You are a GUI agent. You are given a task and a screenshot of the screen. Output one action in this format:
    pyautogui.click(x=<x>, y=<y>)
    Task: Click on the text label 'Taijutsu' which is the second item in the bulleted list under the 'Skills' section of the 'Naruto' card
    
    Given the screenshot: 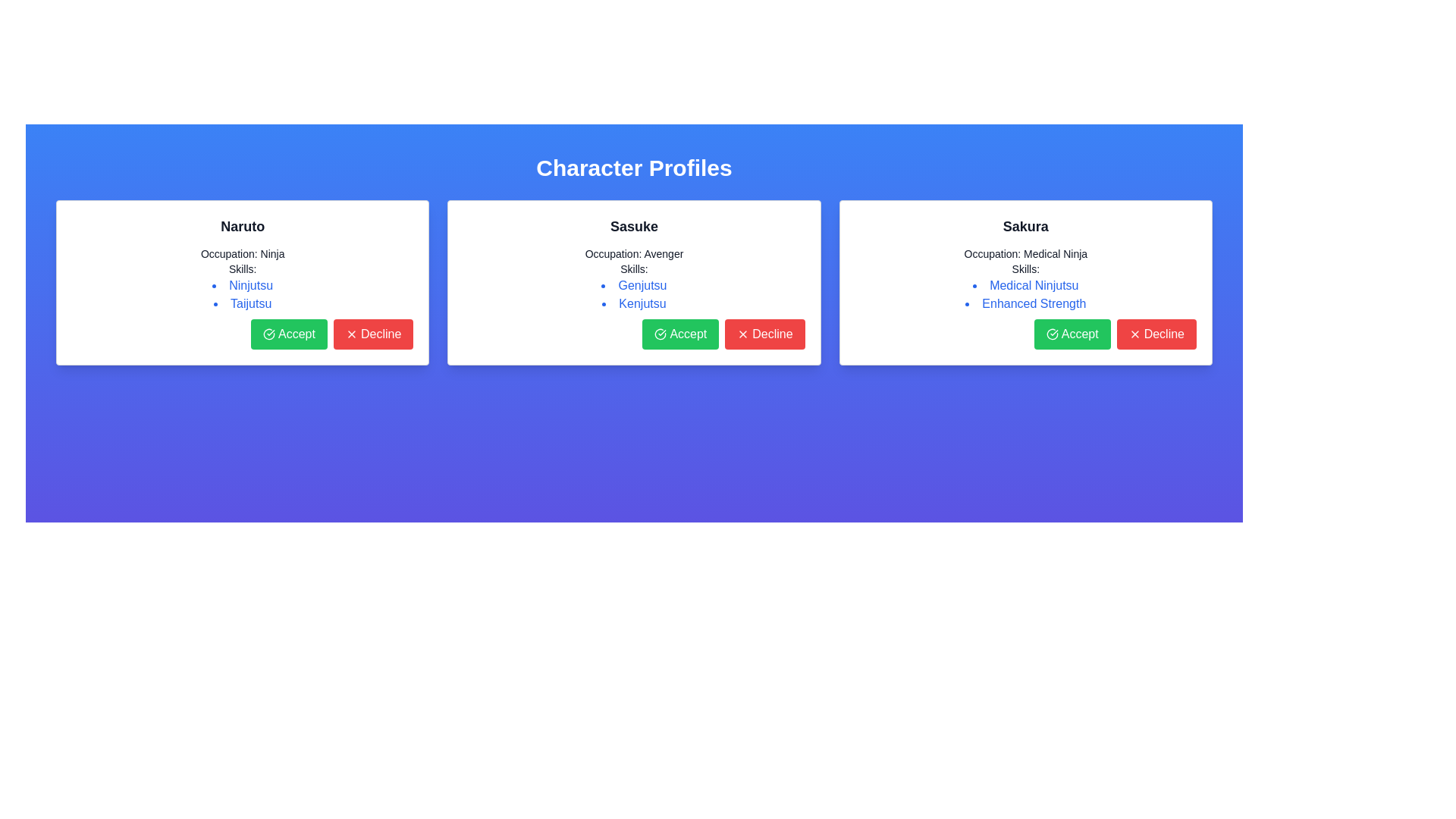 What is the action you would take?
    pyautogui.click(x=243, y=304)
    